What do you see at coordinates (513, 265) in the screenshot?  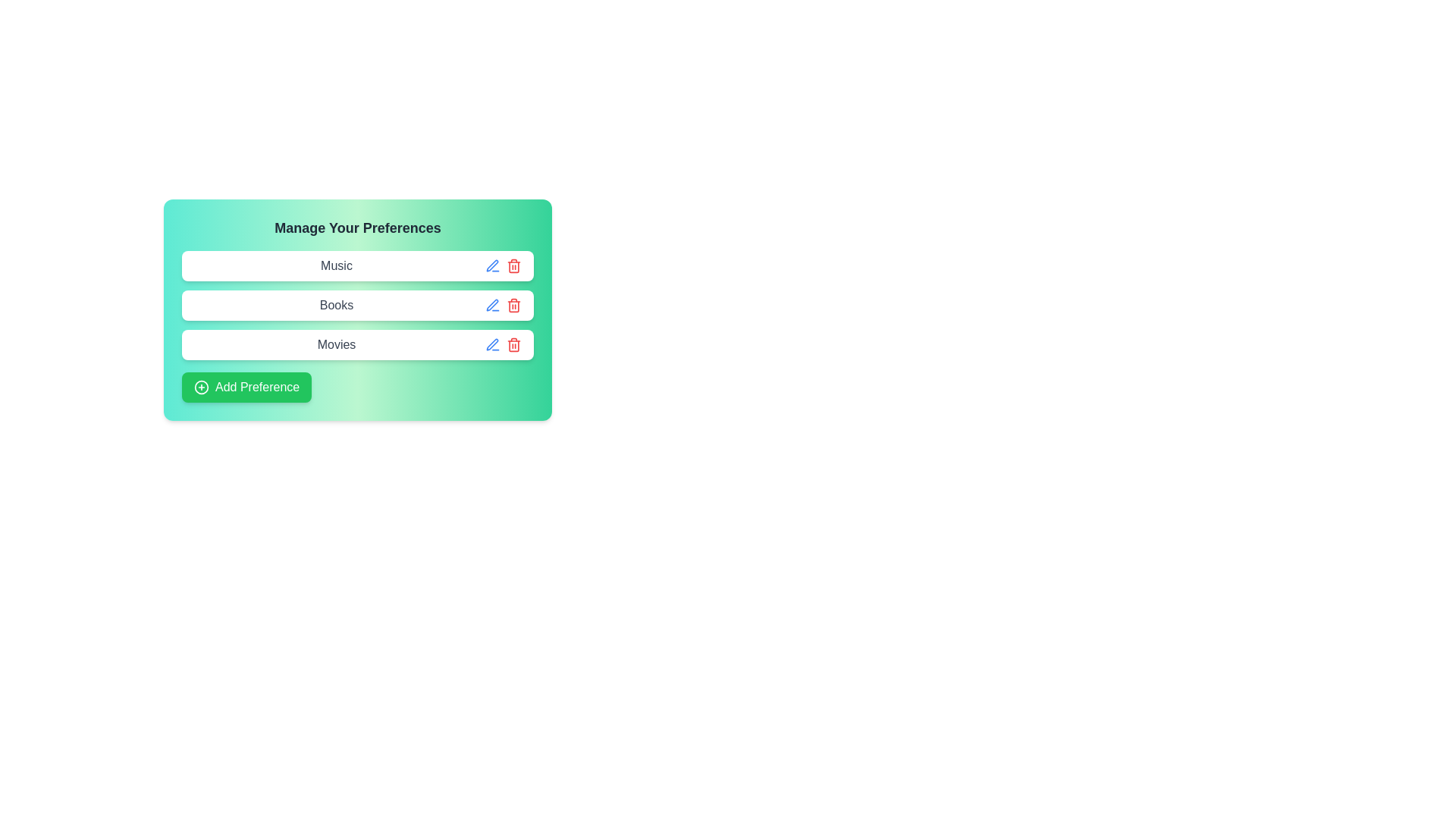 I see `delete button for the tag labeled Music` at bounding box center [513, 265].